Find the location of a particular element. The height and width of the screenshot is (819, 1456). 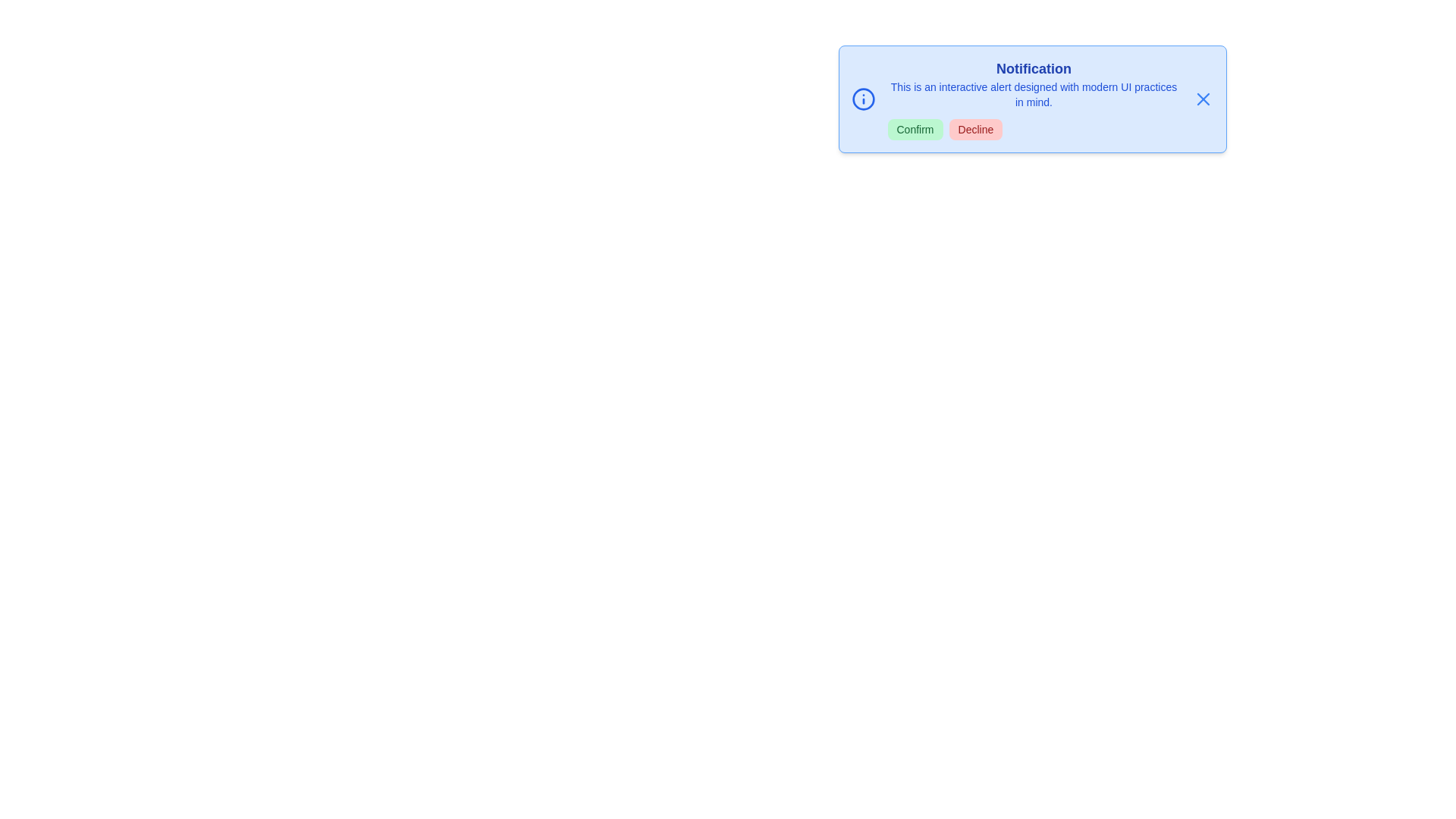

the 'Decline' button to decline the action is located at coordinates (975, 128).